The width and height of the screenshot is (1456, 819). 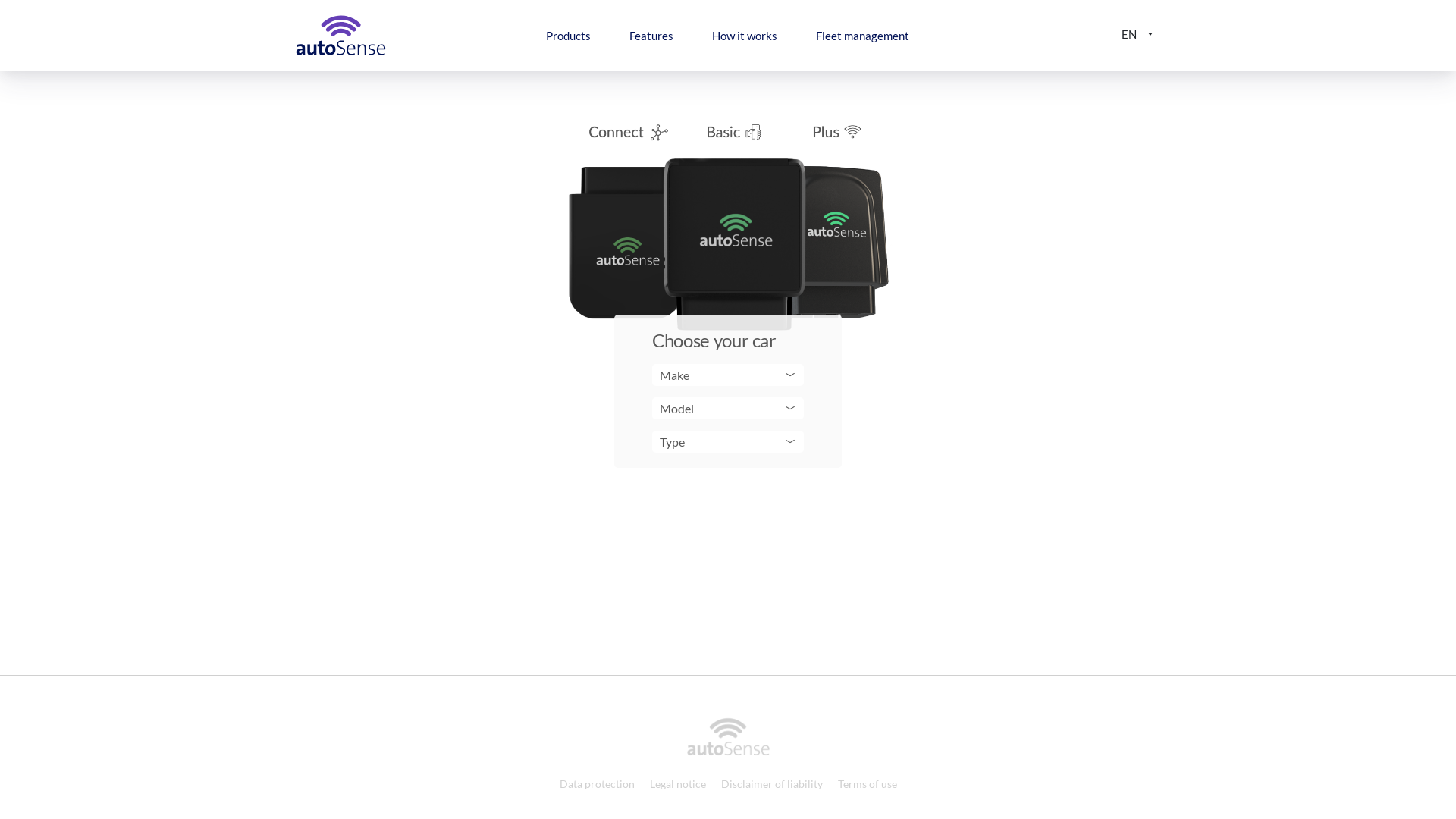 What do you see at coordinates (712, 783) in the screenshot?
I see `'Disclaimer of liability'` at bounding box center [712, 783].